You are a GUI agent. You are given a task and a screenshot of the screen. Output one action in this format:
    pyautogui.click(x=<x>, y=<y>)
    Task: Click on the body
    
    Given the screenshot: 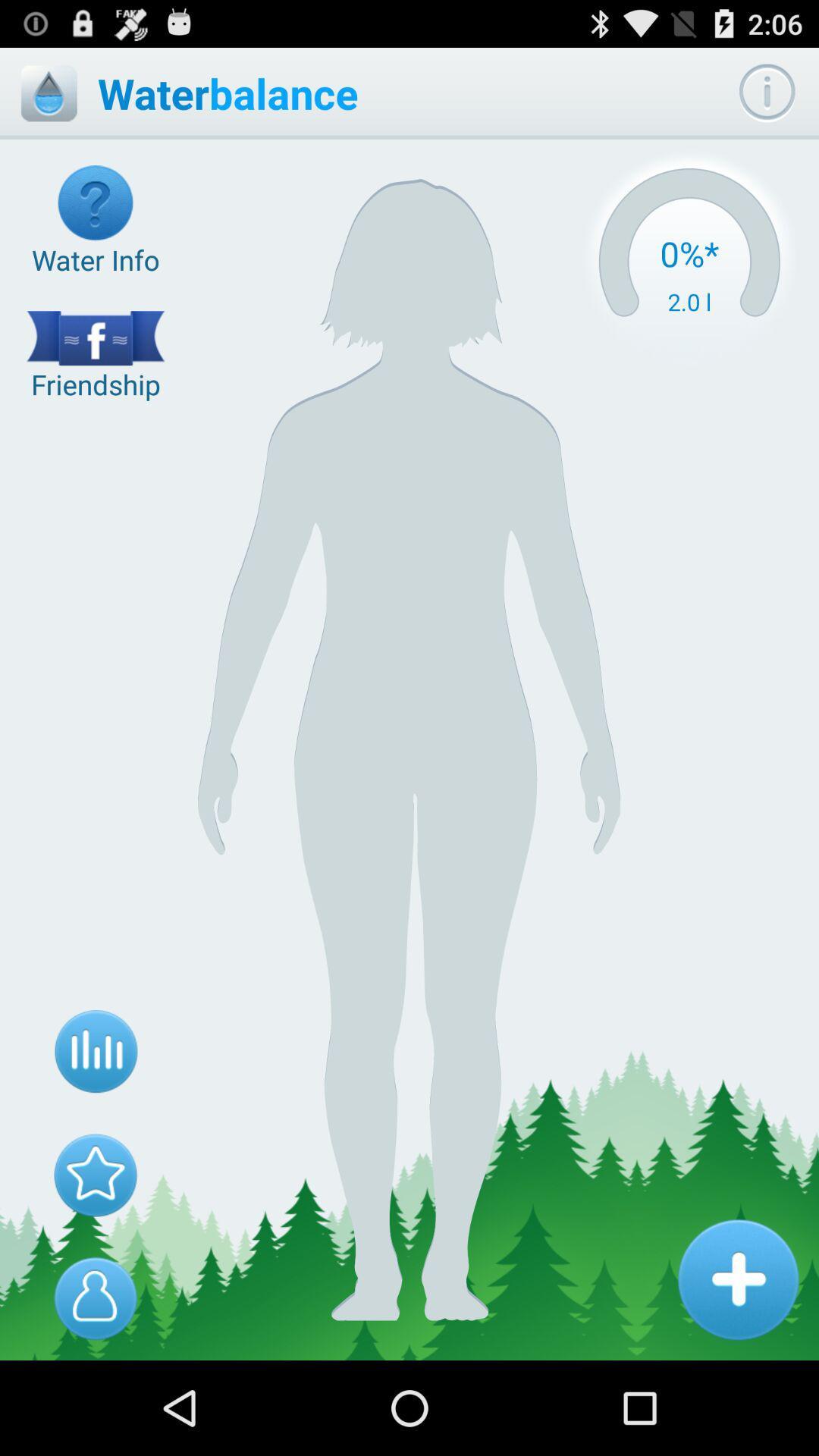 What is the action you would take?
    pyautogui.click(x=96, y=1298)
    